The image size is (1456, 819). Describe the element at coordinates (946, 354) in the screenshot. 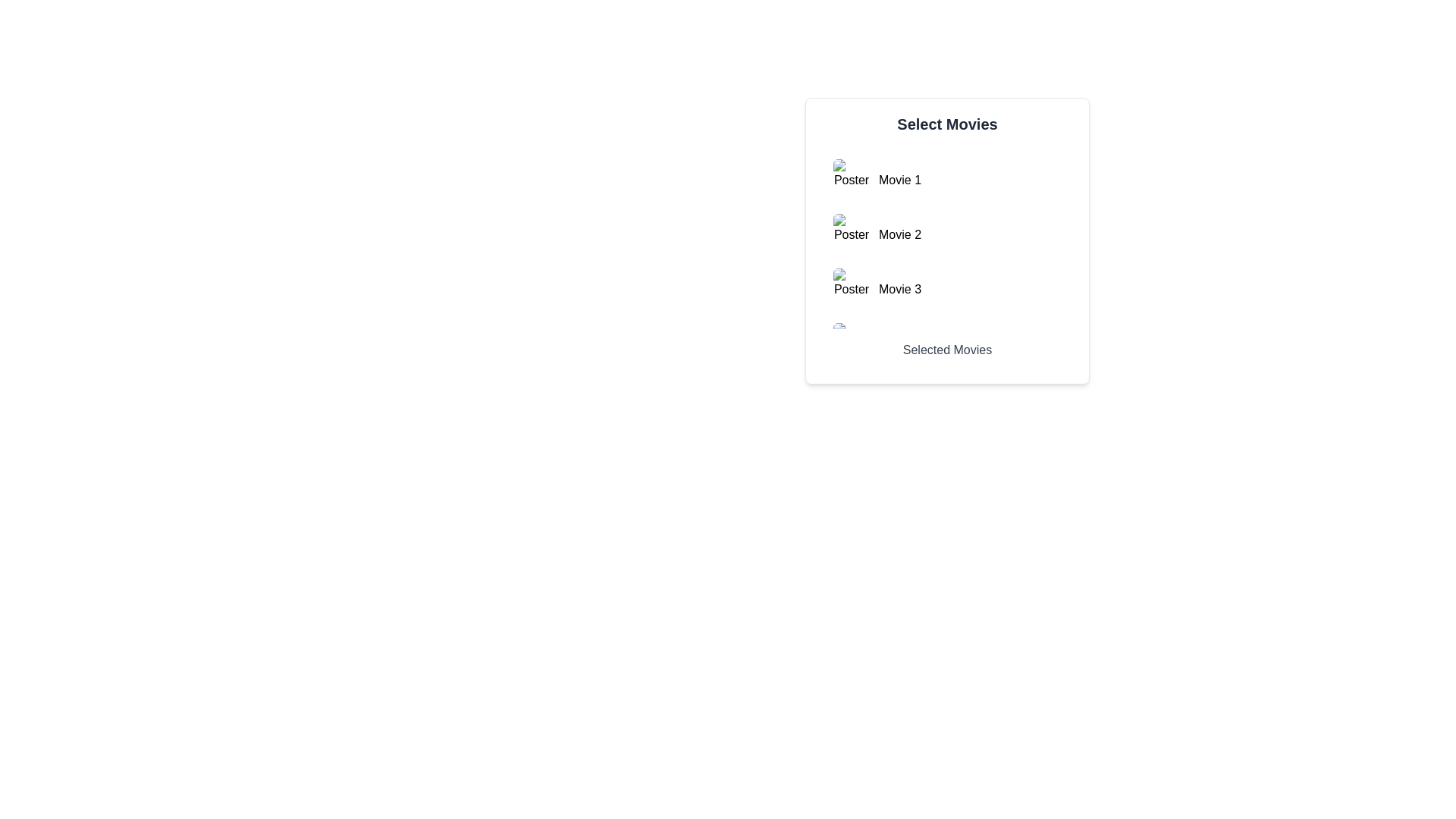

I see `the 'Selected Movies' text label, which is styled as part of a list or section header and is positioned below the items 'Movie 1' to 'Movie 3'` at that location.